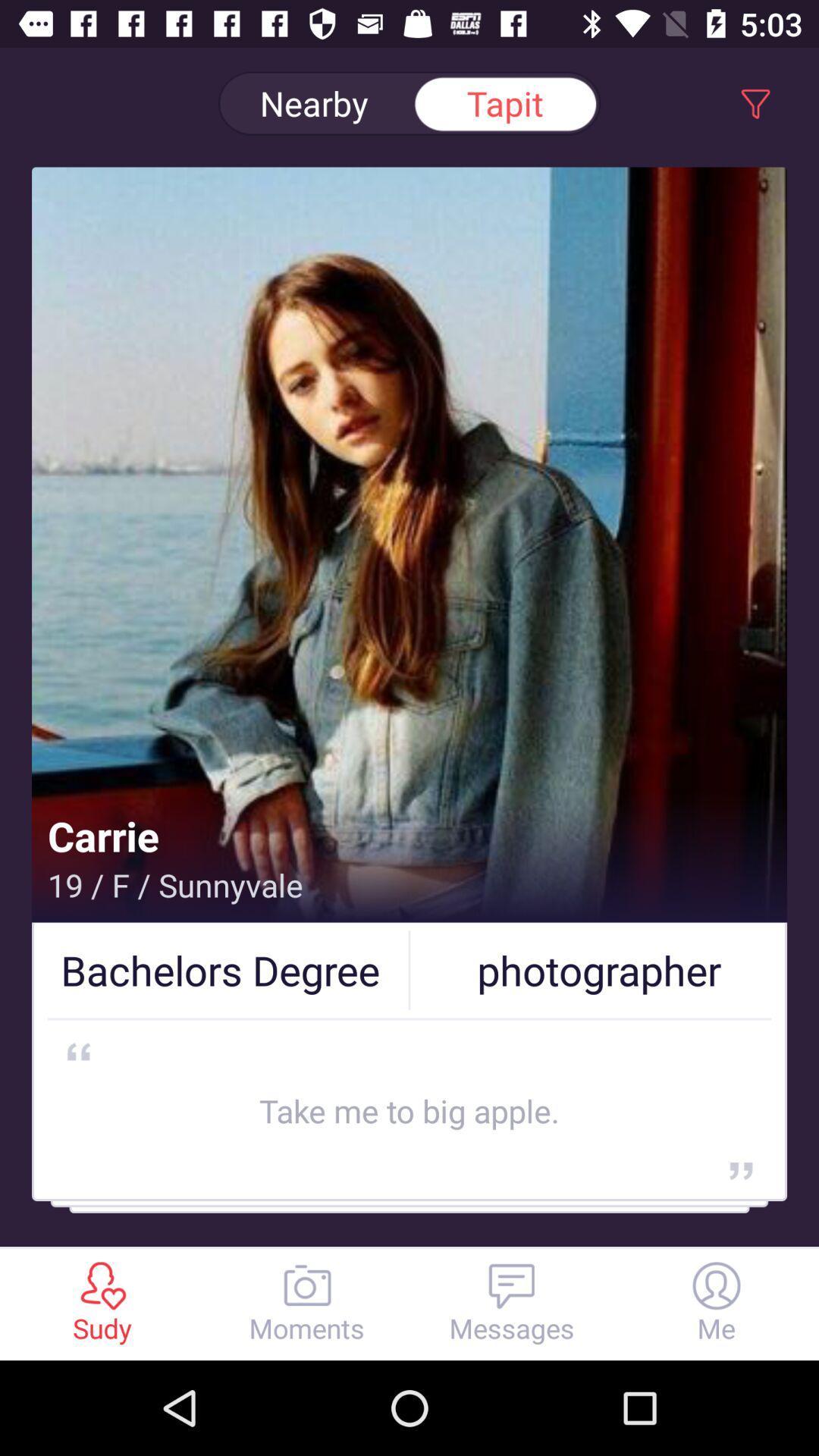 Image resolution: width=819 pixels, height=1456 pixels. Describe the element at coordinates (717, 1285) in the screenshot. I see `the profie icon which is at the right side in the bottom` at that location.